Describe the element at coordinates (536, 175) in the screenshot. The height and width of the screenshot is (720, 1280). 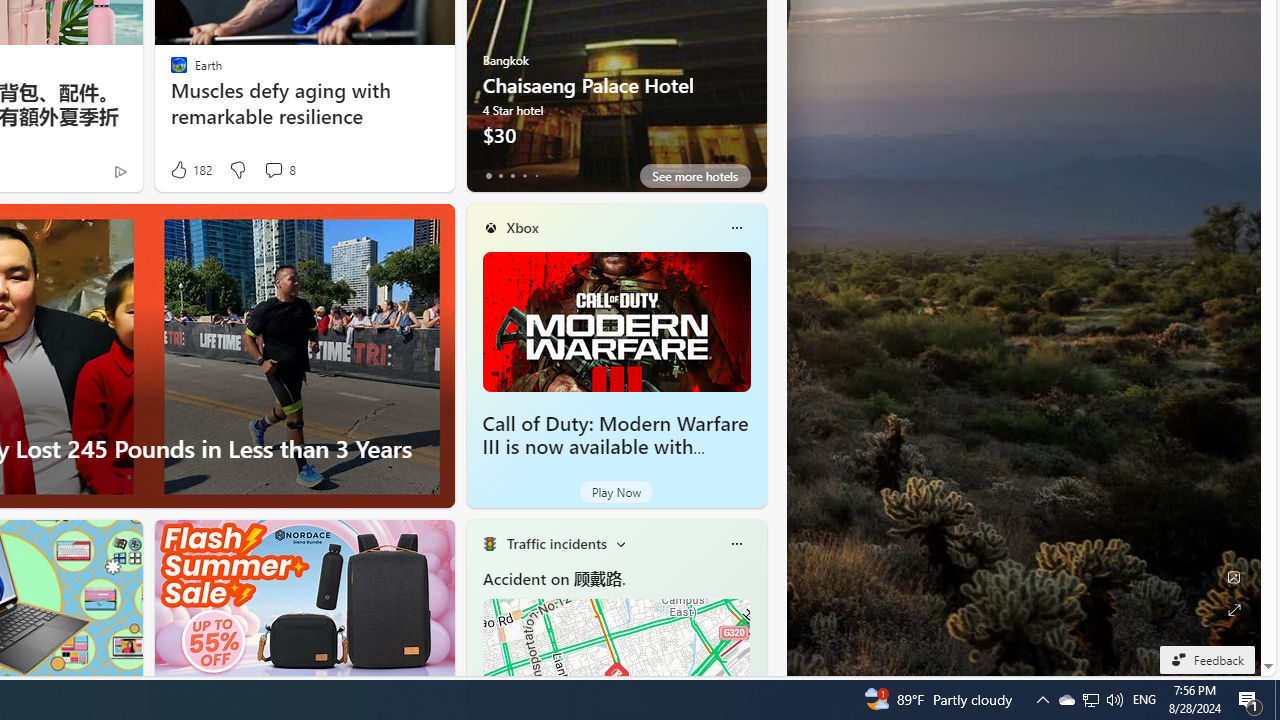
I see `'tab-4'` at that location.